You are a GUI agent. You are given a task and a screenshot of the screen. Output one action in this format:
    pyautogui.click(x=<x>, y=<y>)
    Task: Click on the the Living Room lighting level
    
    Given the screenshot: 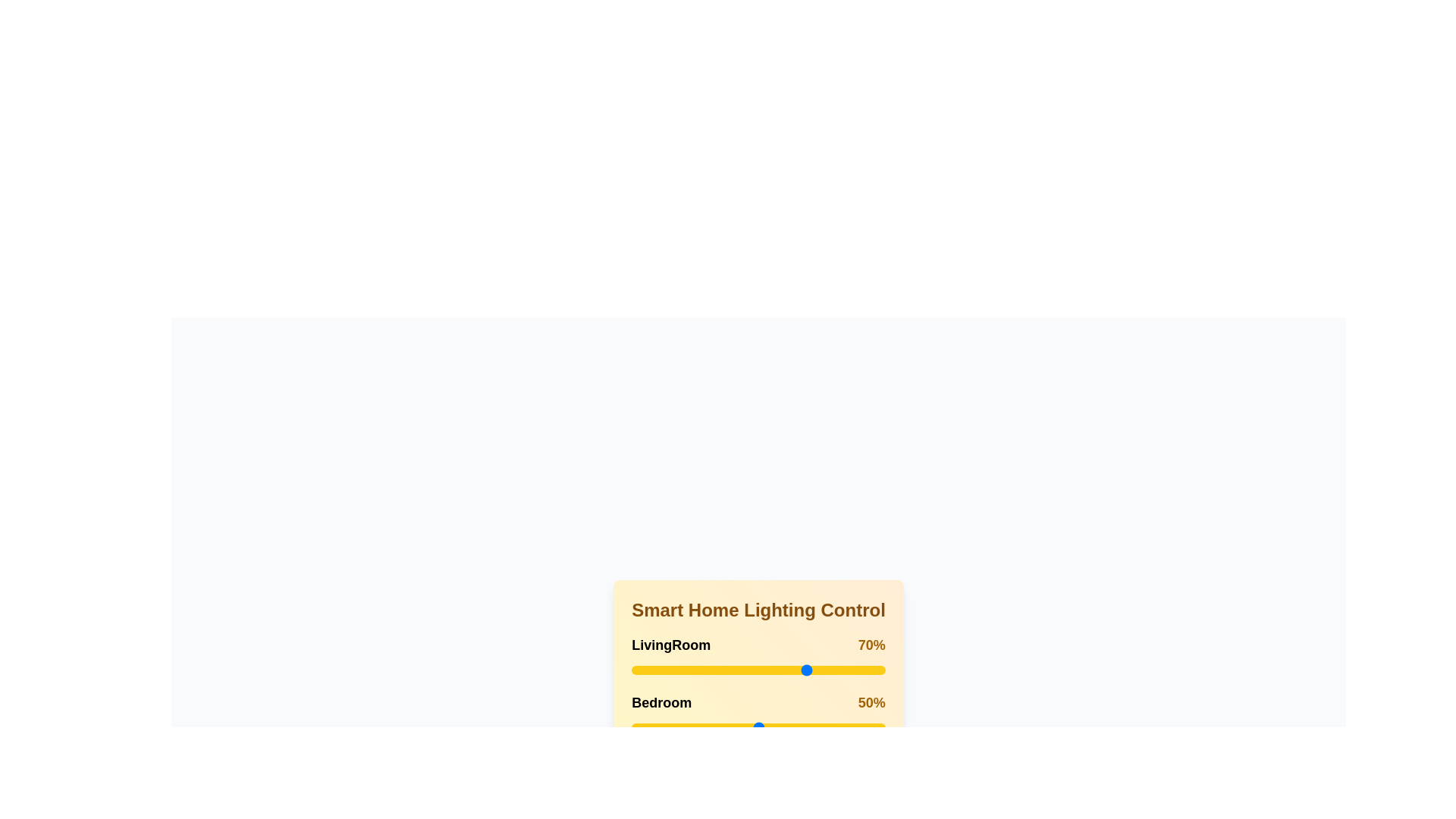 What is the action you would take?
    pyautogui.click(x=789, y=669)
    